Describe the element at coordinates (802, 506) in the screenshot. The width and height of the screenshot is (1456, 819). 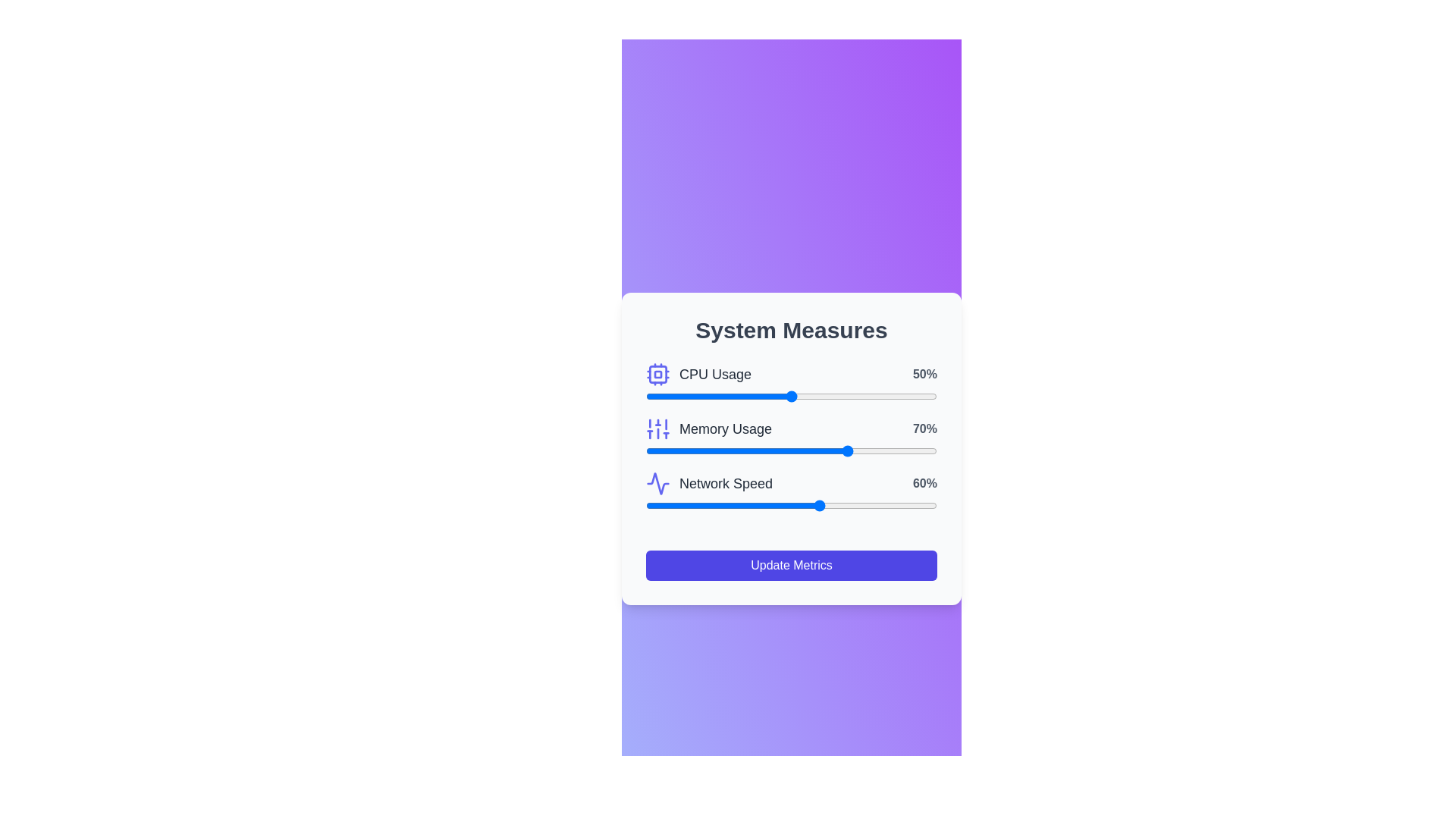
I see `the Network Speed slider to 54%` at that location.